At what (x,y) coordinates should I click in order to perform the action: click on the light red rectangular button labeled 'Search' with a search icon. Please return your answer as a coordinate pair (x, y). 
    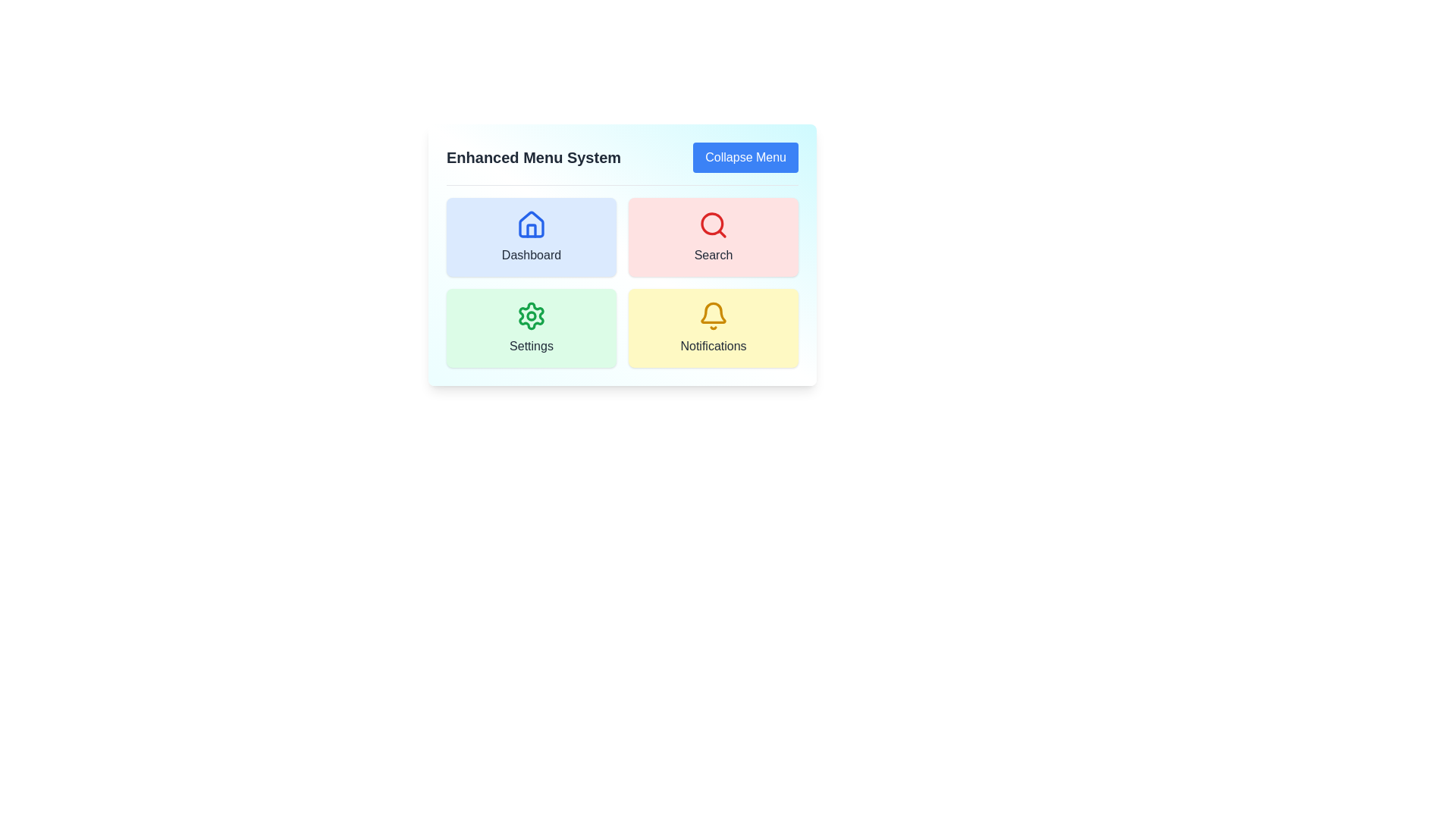
    Looking at the image, I should click on (712, 237).